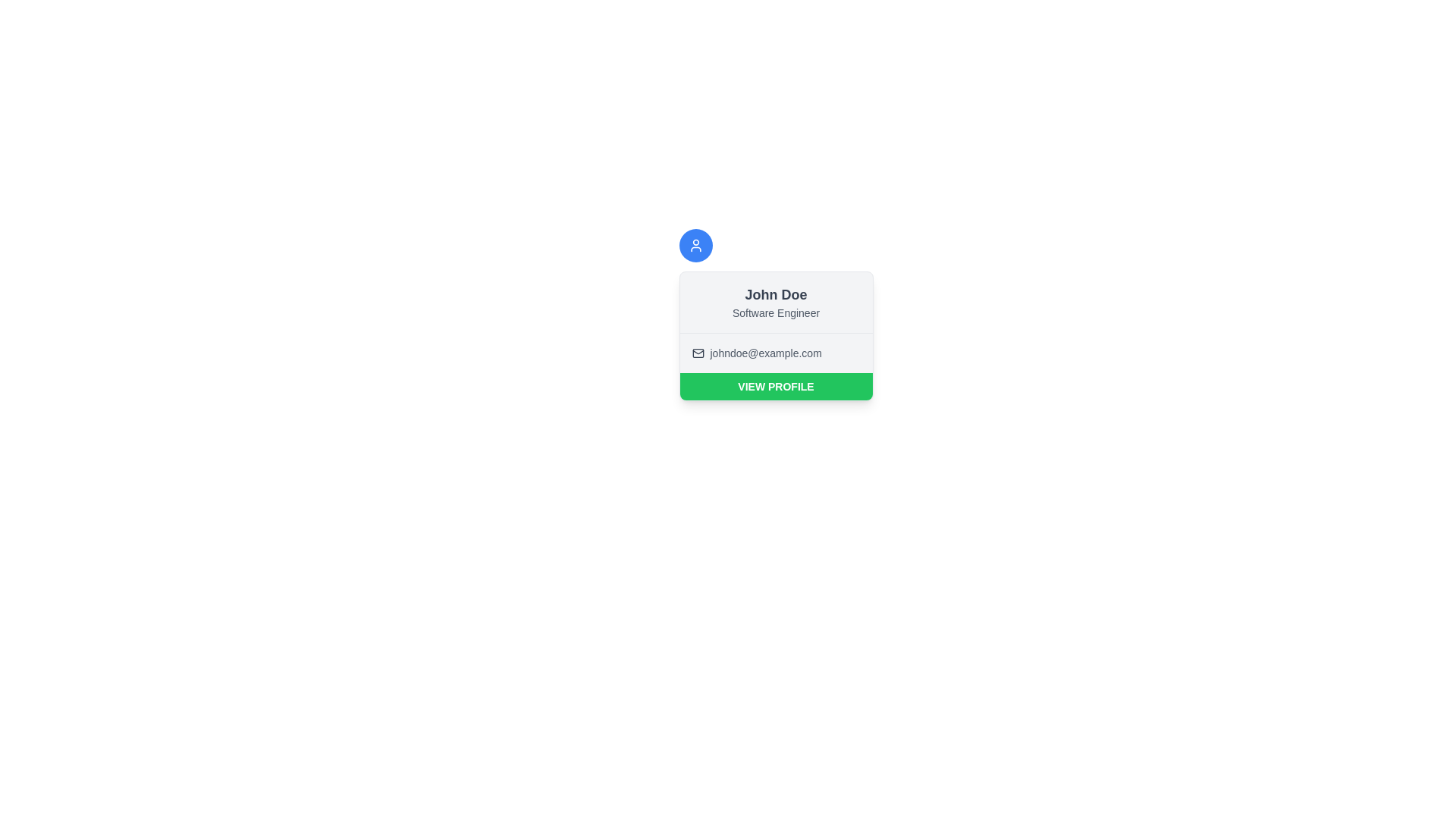 The height and width of the screenshot is (819, 1456). Describe the element at coordinates (776, 332) in the screenshot. I see `the thin horizontal separator line that visually separates the name and title from the email address within the card interface` at that location.